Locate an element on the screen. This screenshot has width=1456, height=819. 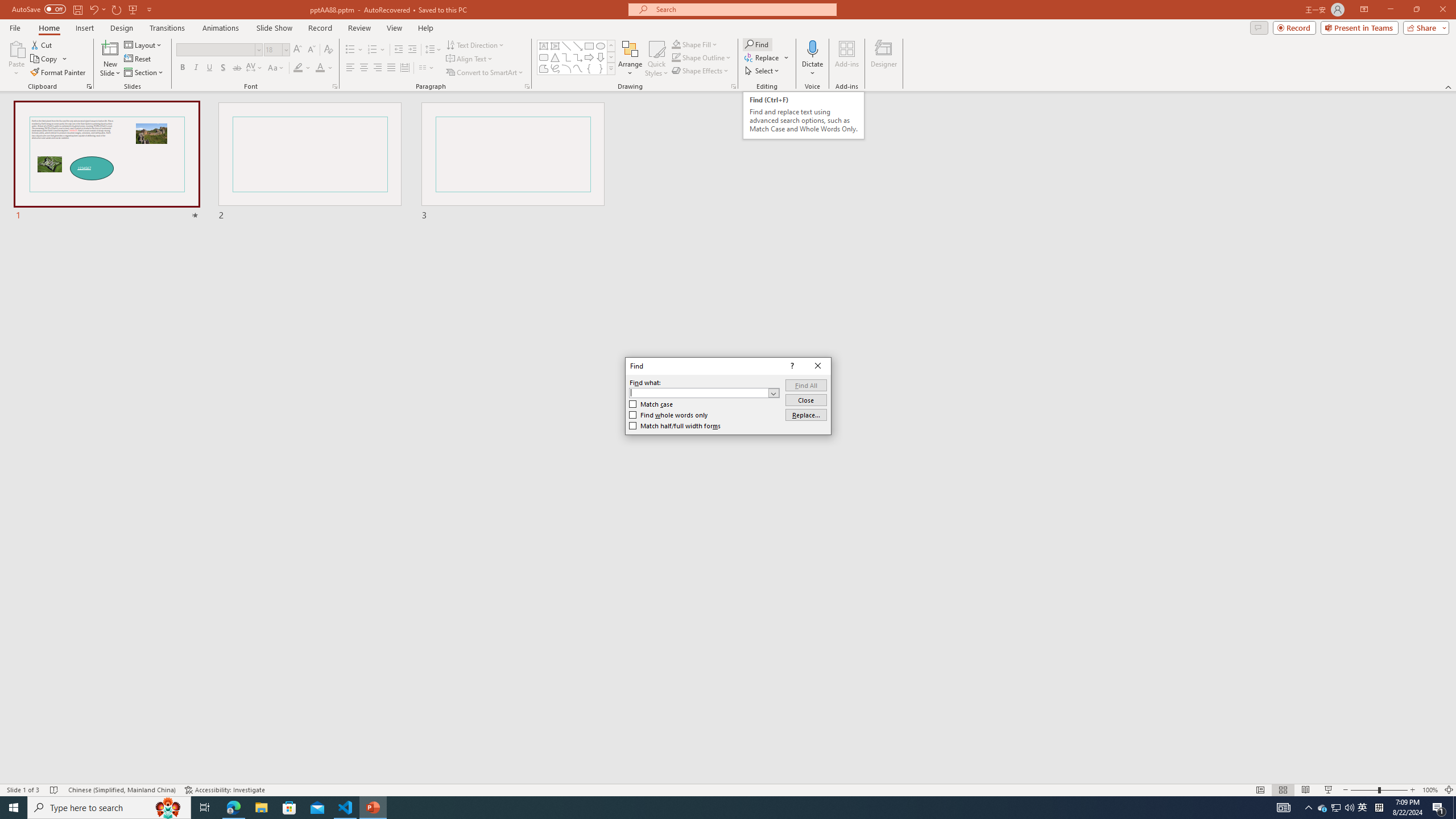
'Microsoft Edge - 1 running window' is located at coordinates (233, 806).